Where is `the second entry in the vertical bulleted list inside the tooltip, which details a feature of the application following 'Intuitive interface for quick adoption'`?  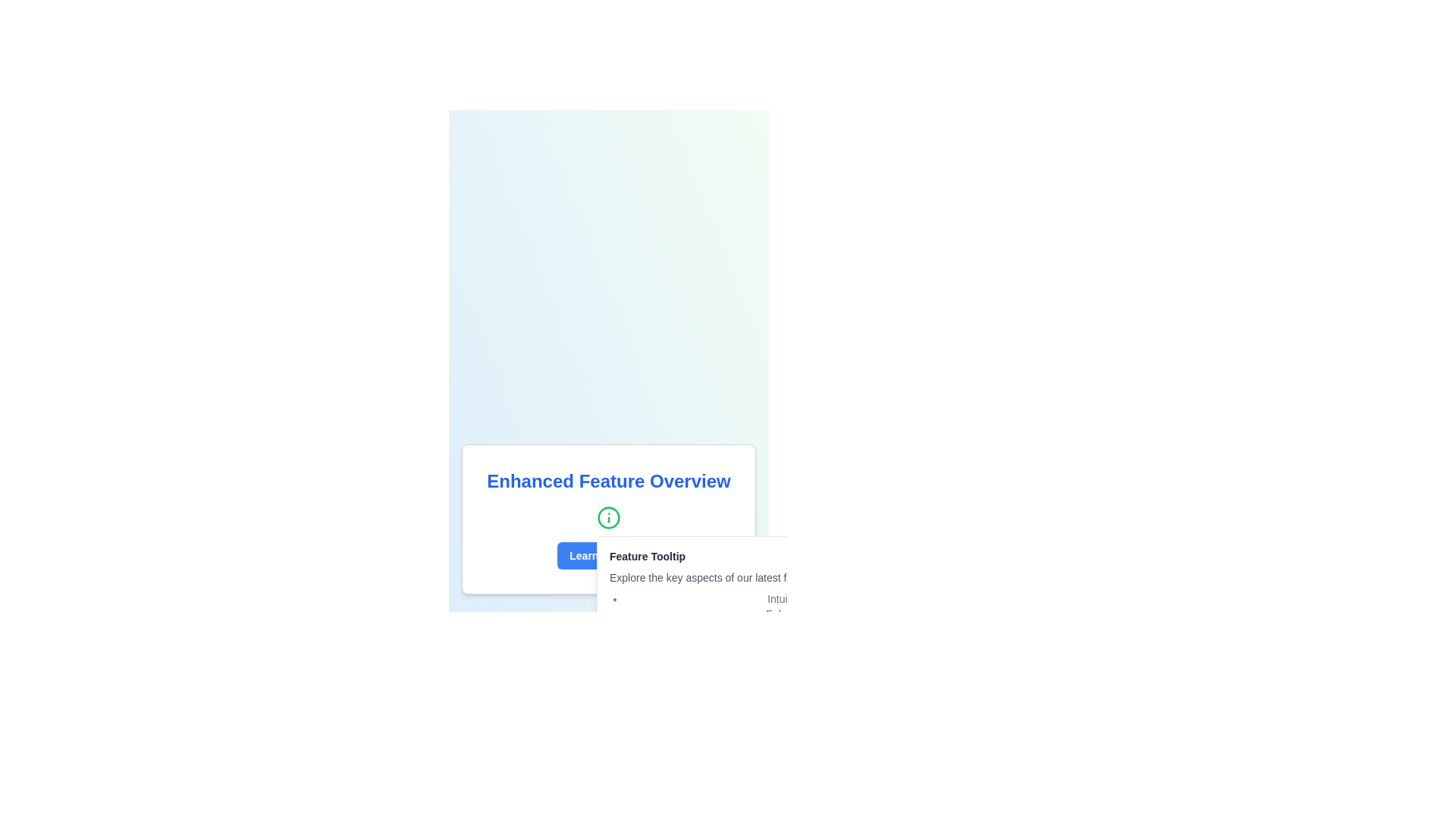 the second entry in the vertical bulleted list inside the tooltip, which details a feature of the application following 'Intuitive interface for quick adoption' is located at coordinates (851, 614).